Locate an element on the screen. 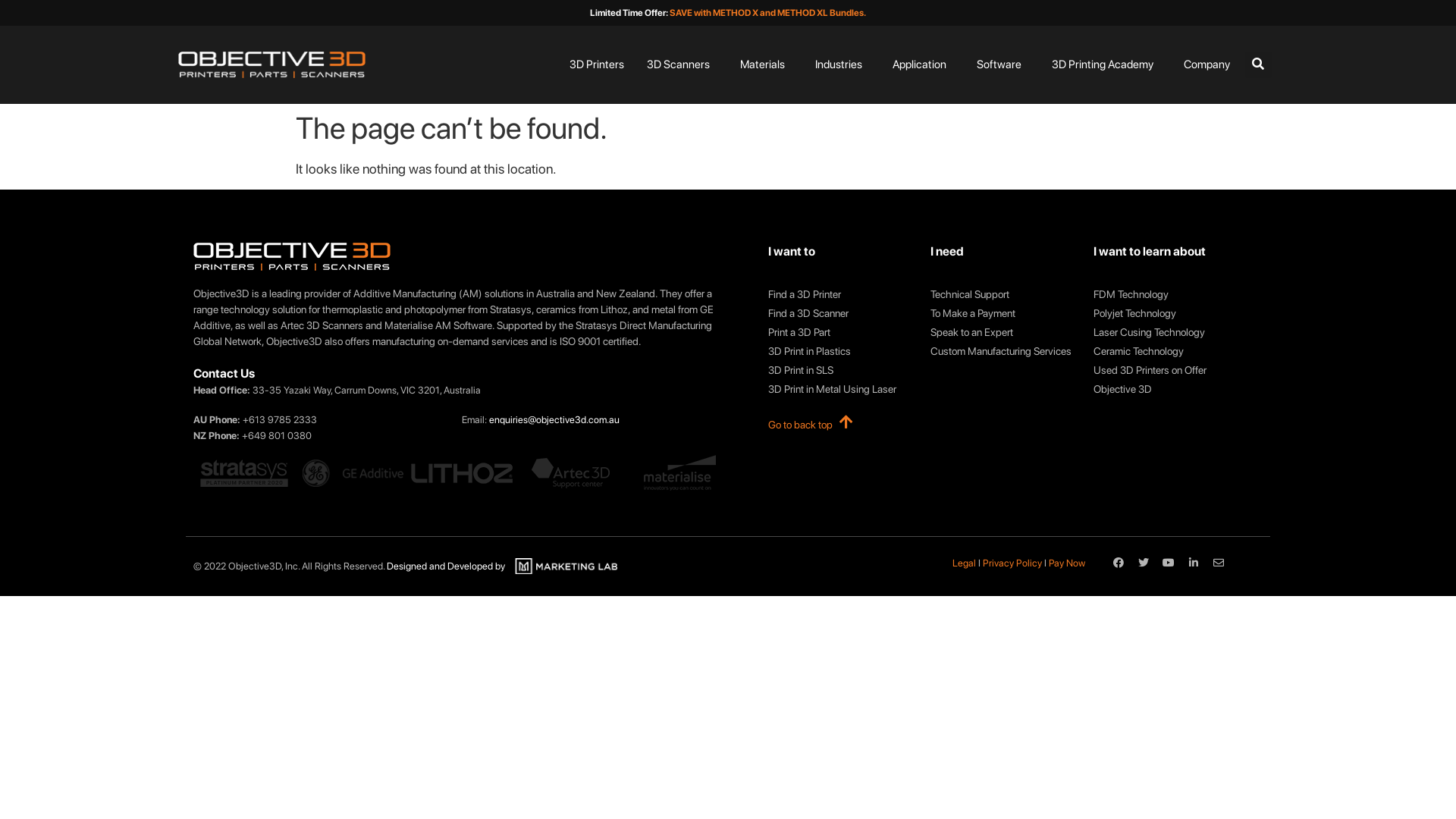 The image size is (1456, 819). 'Technical Support' is located at coordinates (1004, 294).